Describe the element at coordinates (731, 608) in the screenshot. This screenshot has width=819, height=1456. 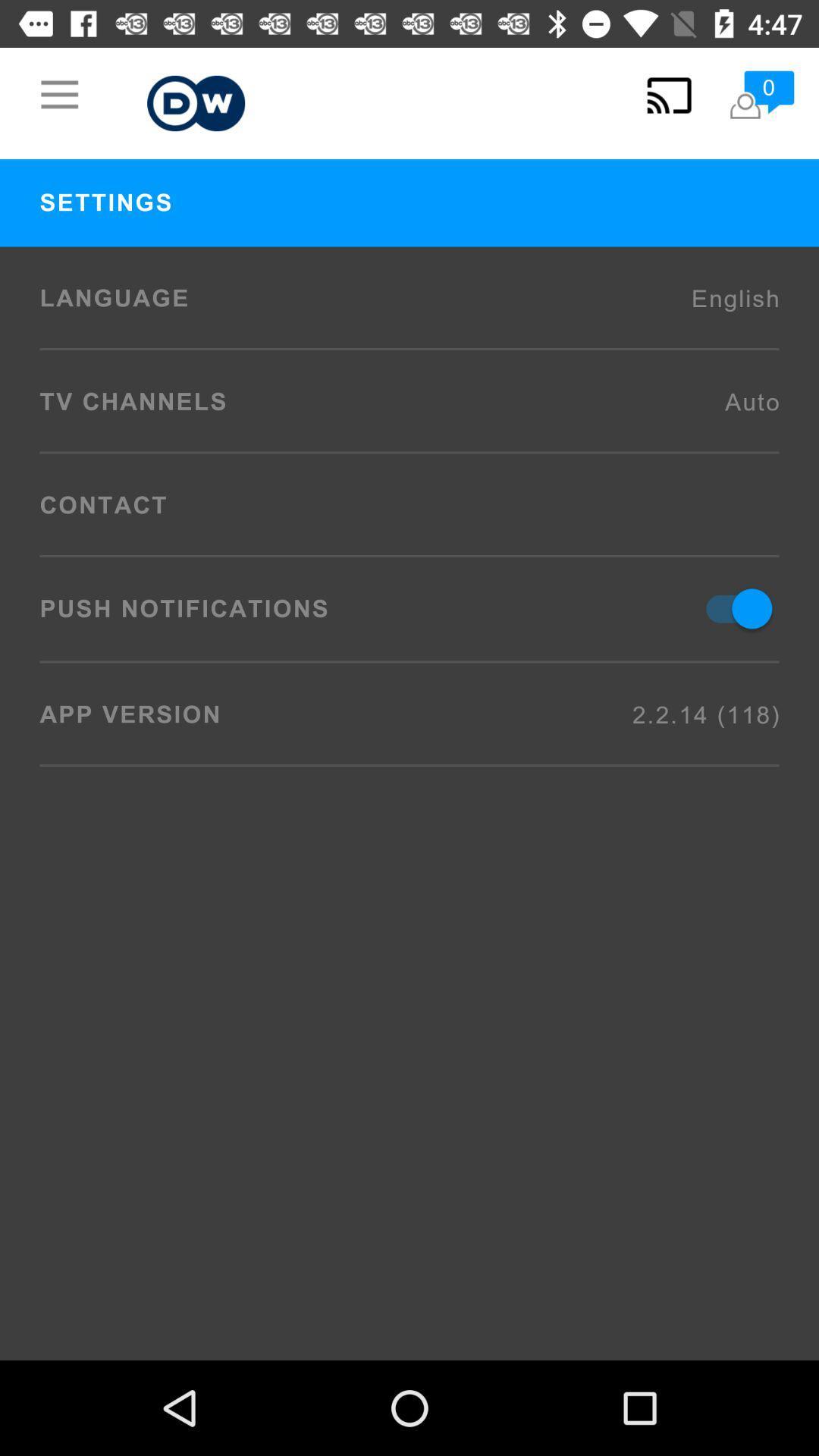
I see `the icon on the right` at that location.